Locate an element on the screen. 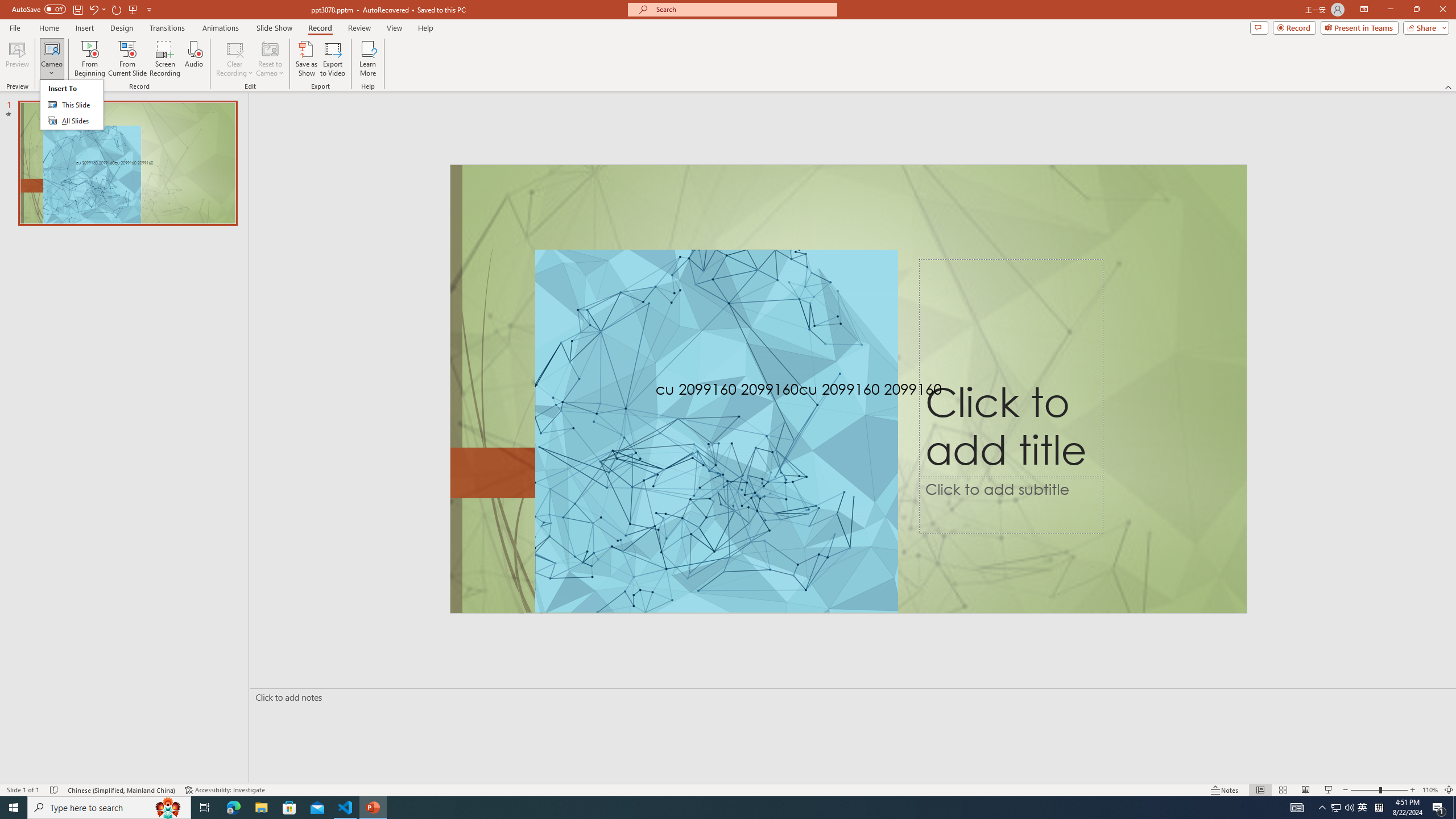 The height and width of the screenshot is (819, 1456). 'Reading View' is located at coordinates (1305, 790).